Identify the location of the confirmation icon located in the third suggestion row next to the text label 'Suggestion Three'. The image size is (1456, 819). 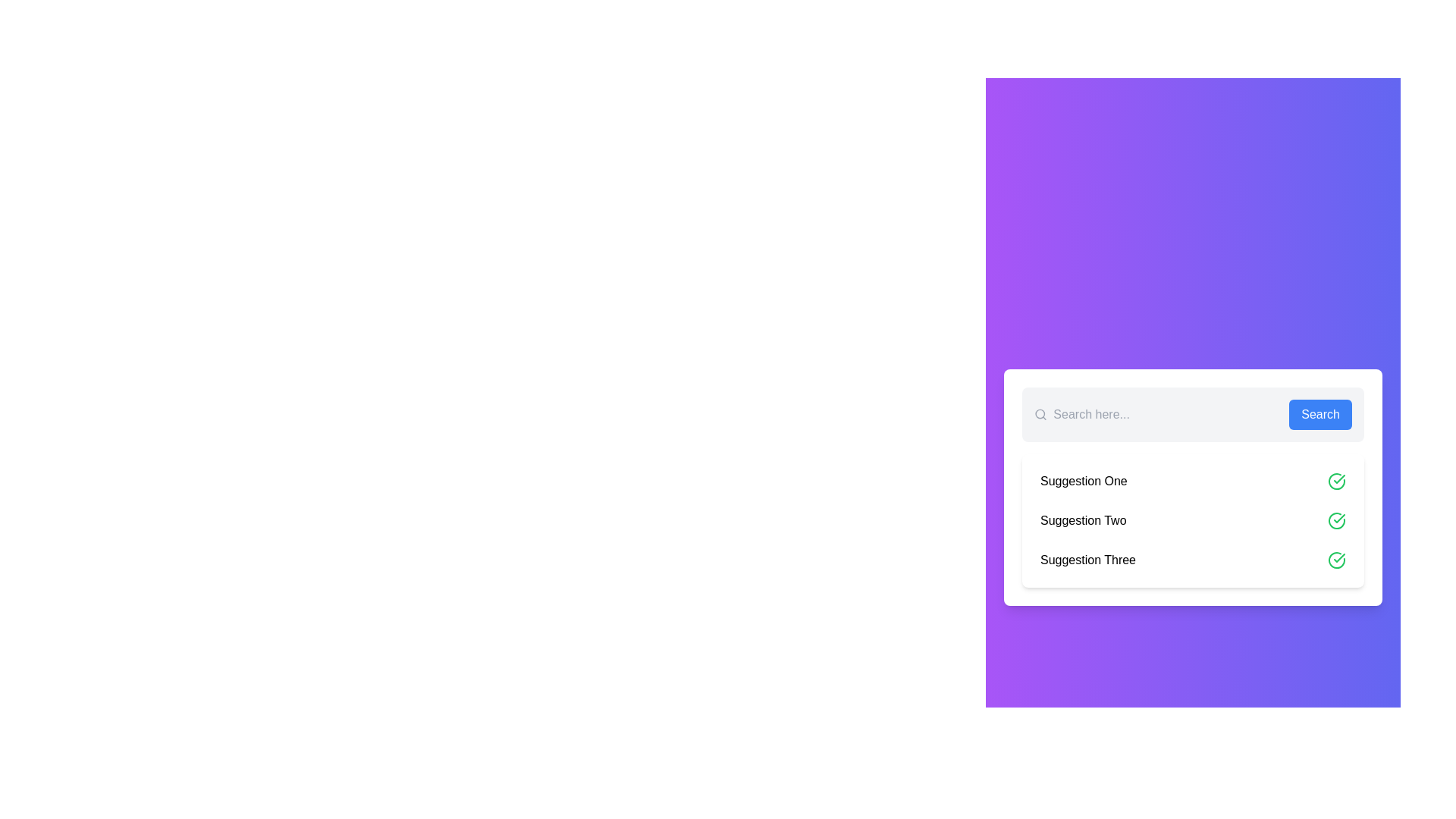
(1339, 517).